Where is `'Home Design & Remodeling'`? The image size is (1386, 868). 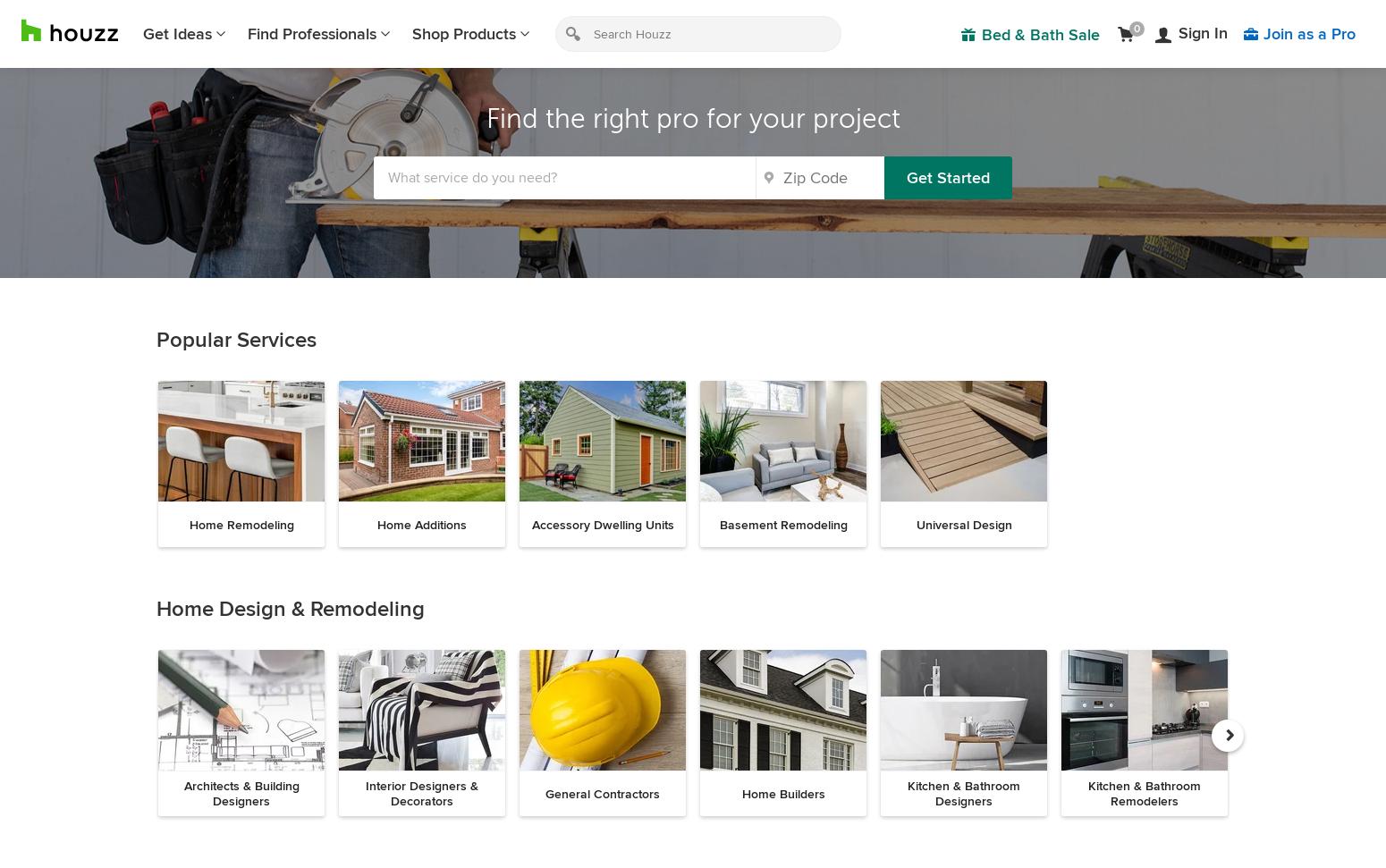 'Home Design & Remodeling' is located at coordinates (290, 609).